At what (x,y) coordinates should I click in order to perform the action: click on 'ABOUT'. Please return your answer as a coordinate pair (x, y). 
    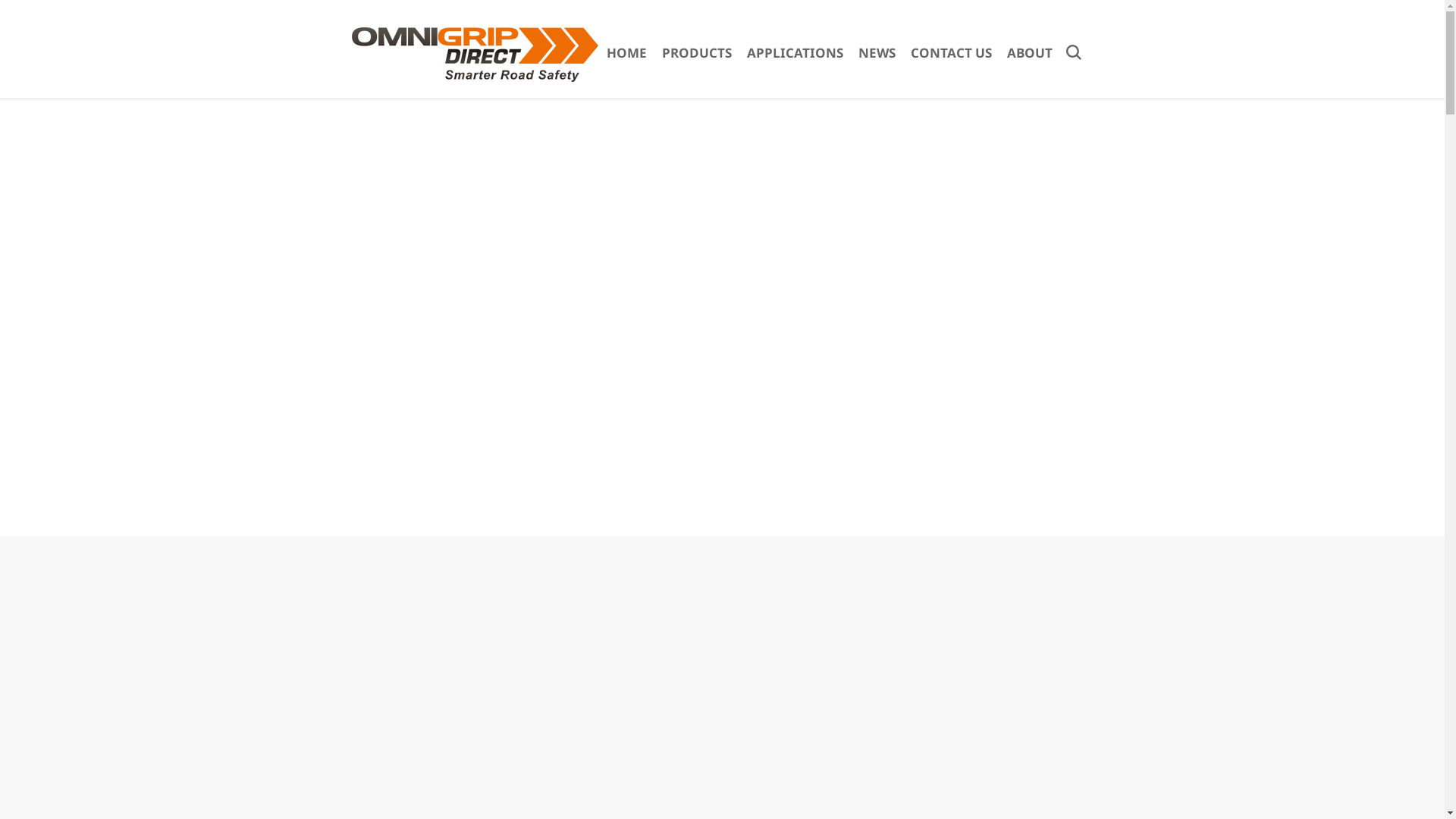
    Looking at the image, I should click on (1030, 52).